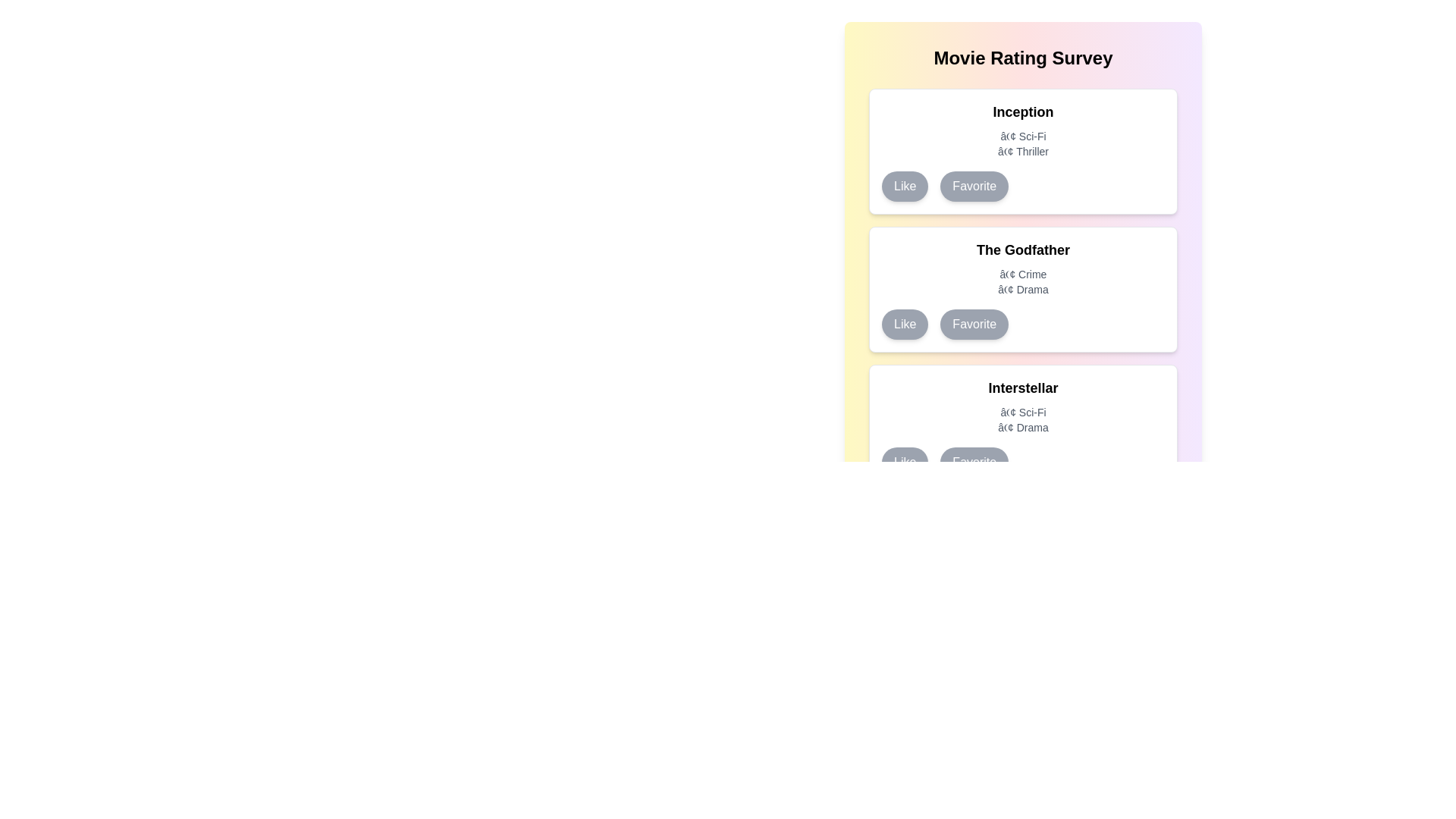 This screenshot has width=1456, height=819. Describe the element at coordinates (1023, 275) in the screenshot. I see `the text label that reads '• Crime' in gray color, located within the details section of 'The Godfather' card, just above the text '• Drama'` at that location.